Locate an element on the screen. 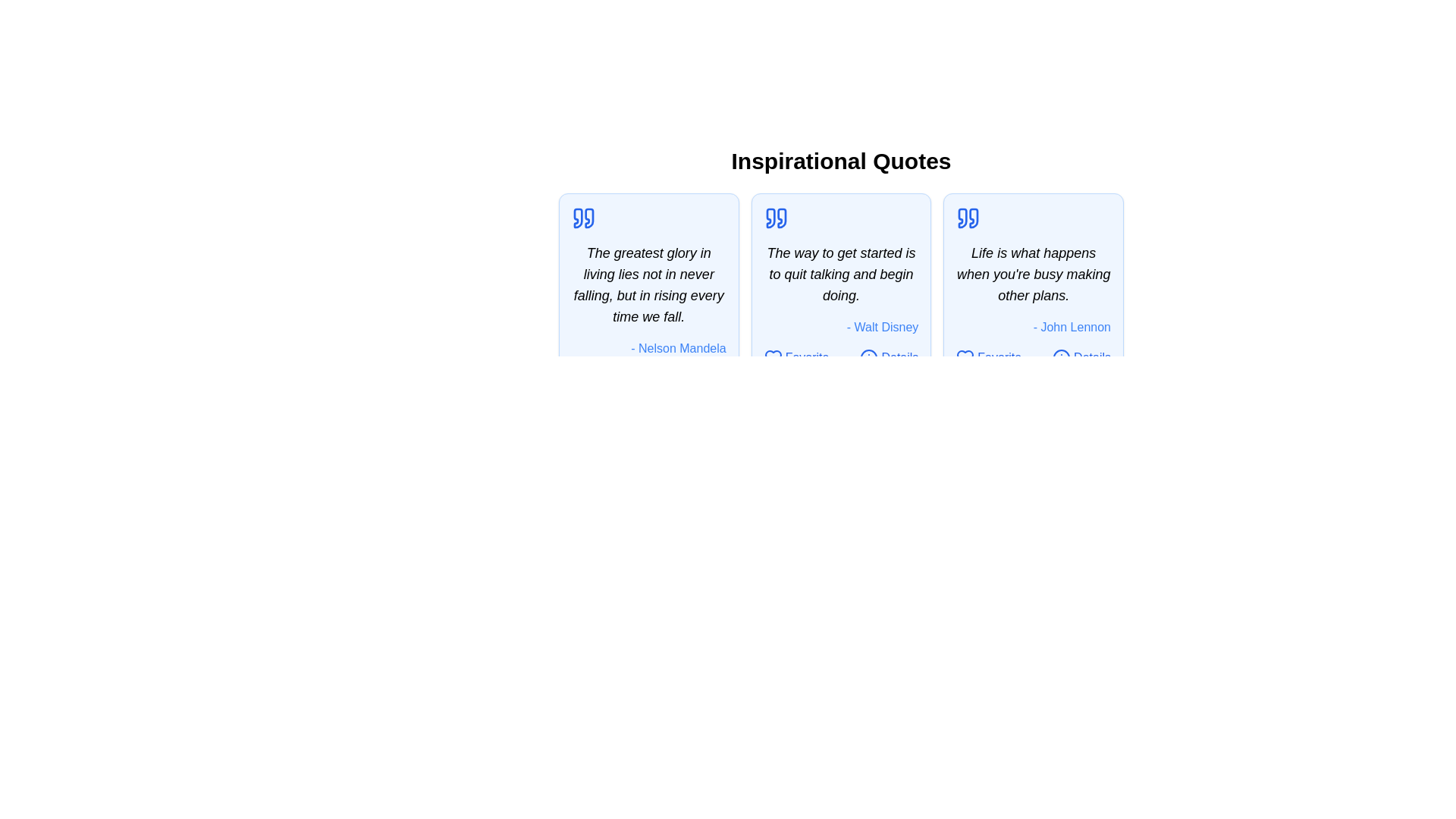  the 'Details' link is located at coordinates (1081, 357).